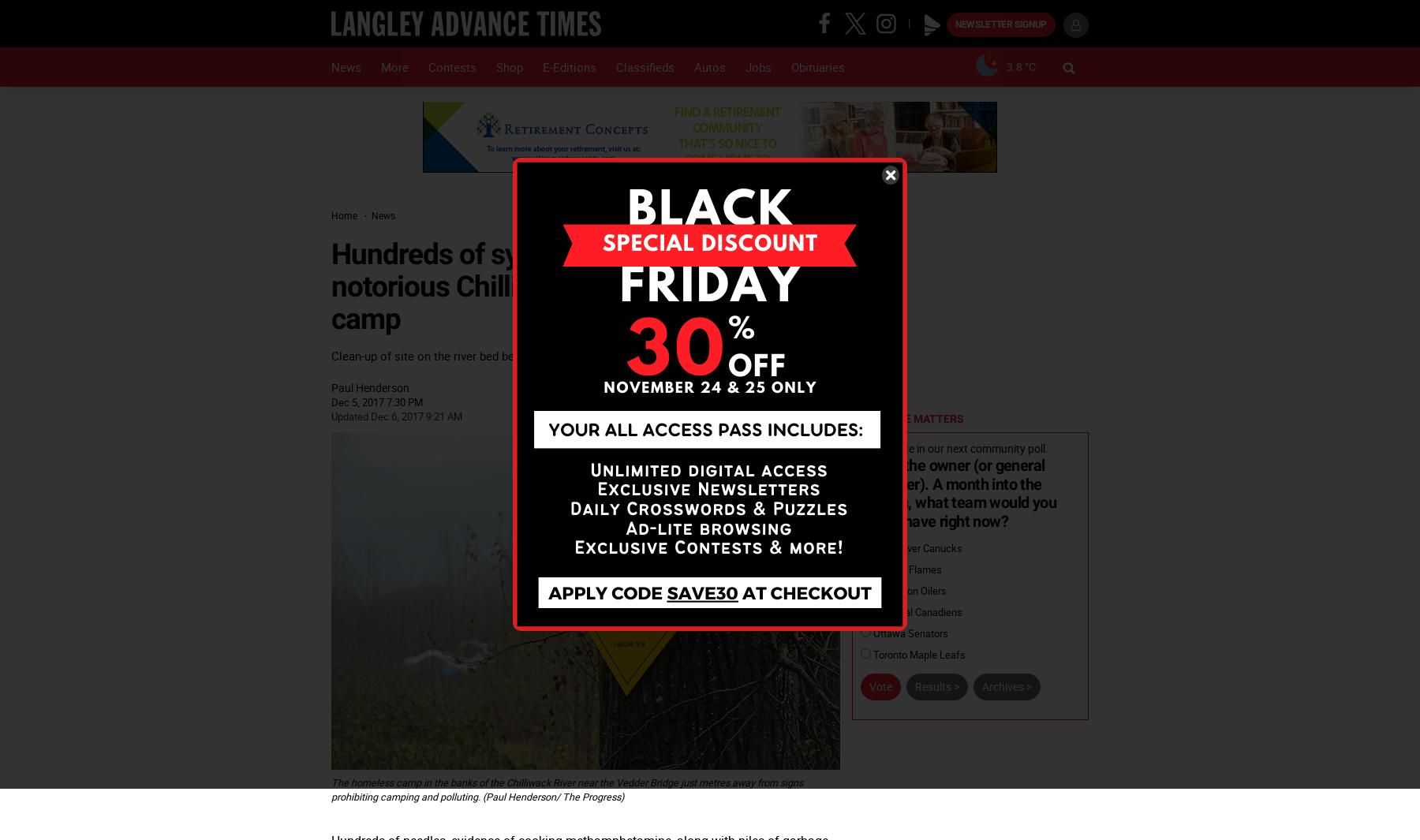  What do you see at coordinates (566, 789) in the screenshot?
I see `'The homeless camp in the banks of the Chilliwack River near the Vedder Bridge just metres away from signs prohibiting camping and polluting. (Paul Henderson/ The Progress)'` at bounding box center [566, 789].